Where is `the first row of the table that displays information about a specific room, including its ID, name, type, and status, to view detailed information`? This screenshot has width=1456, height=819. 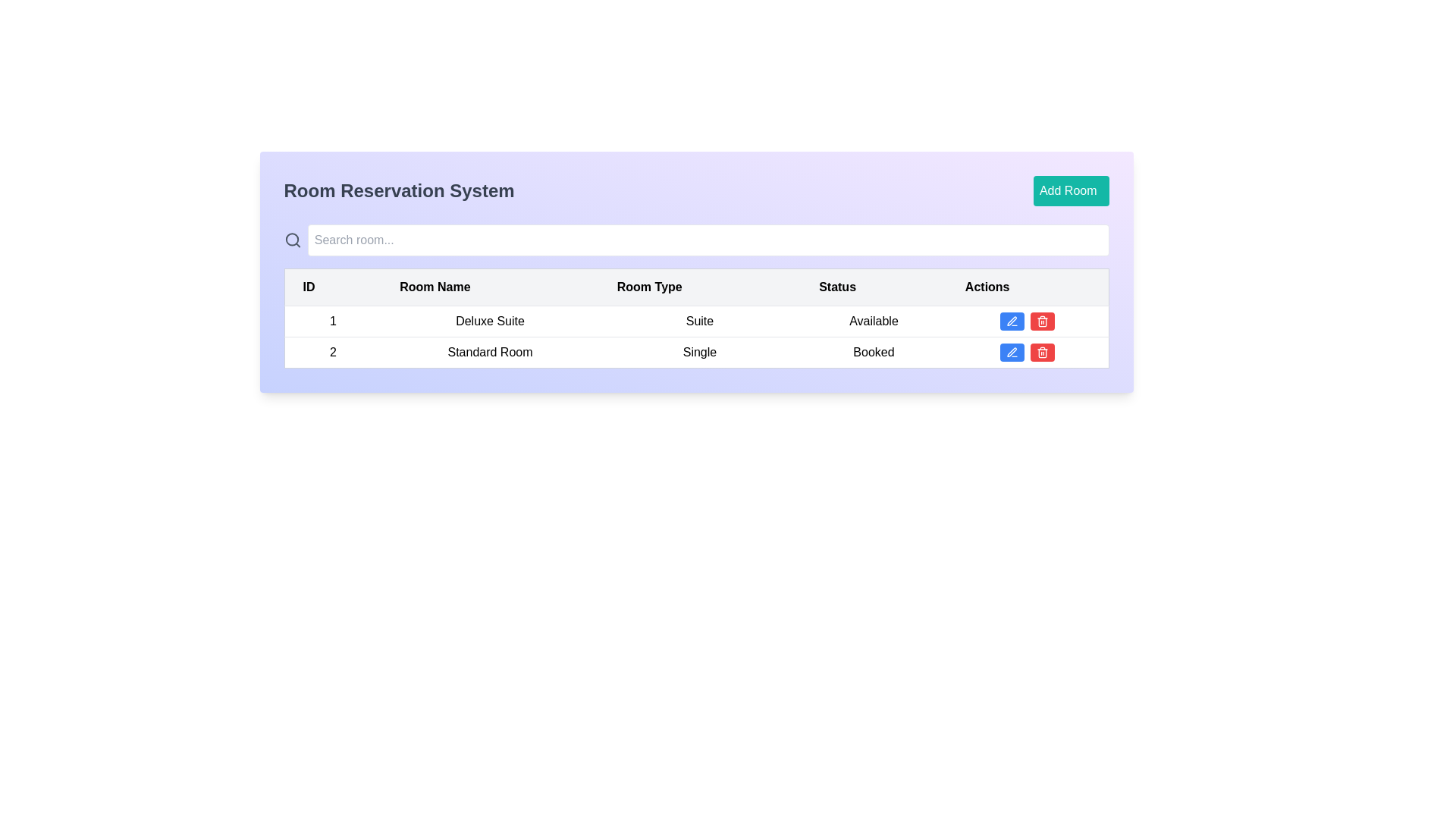
the first row of the table that displays information about a specific room, including its ID, name, type, and status, to view detailed information is located at coordinates (695, 321).